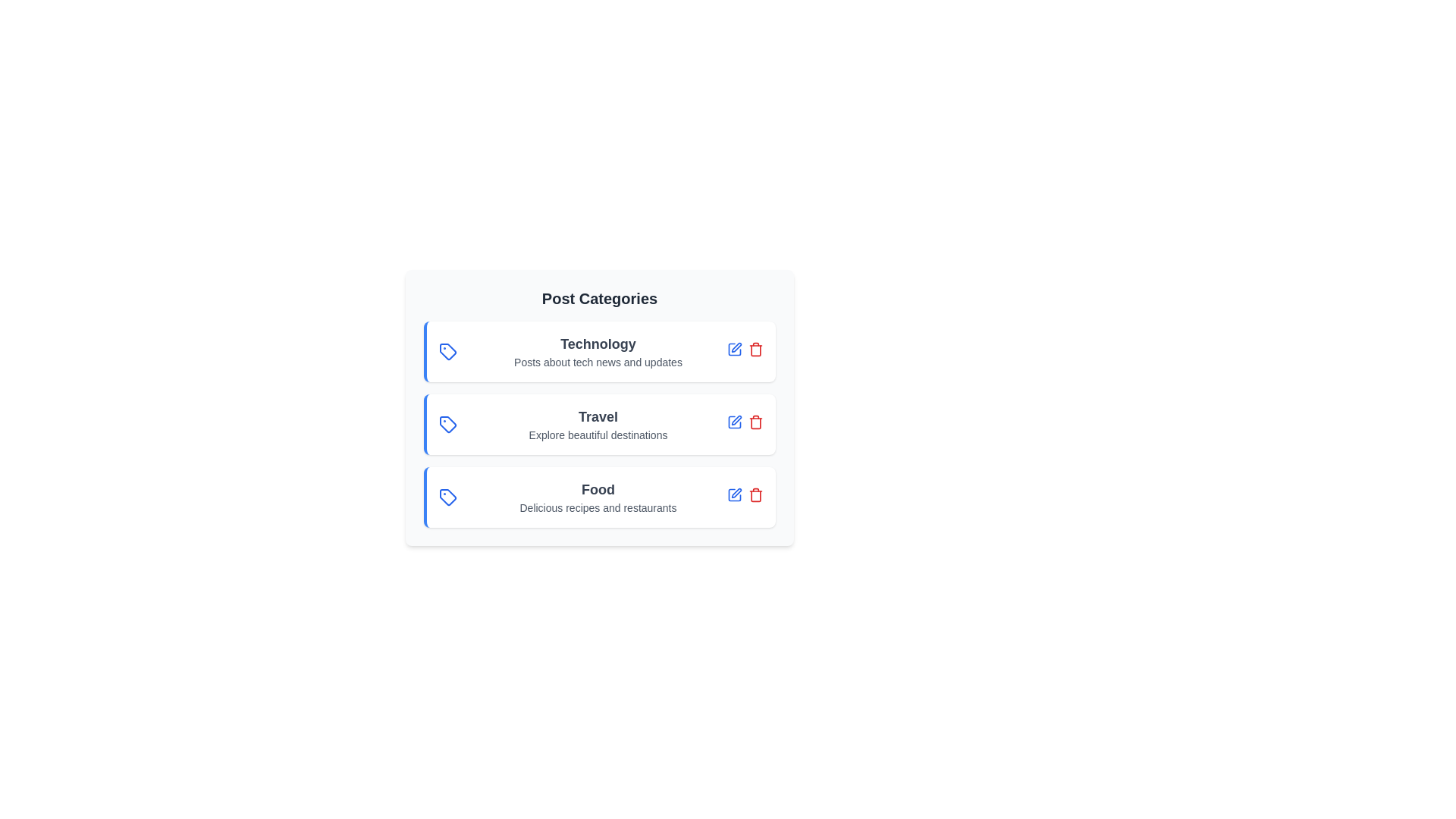 The width and height of the screenshot is (1456, 819). I want to click on delete button for the category 'Food', so click(756, 494).